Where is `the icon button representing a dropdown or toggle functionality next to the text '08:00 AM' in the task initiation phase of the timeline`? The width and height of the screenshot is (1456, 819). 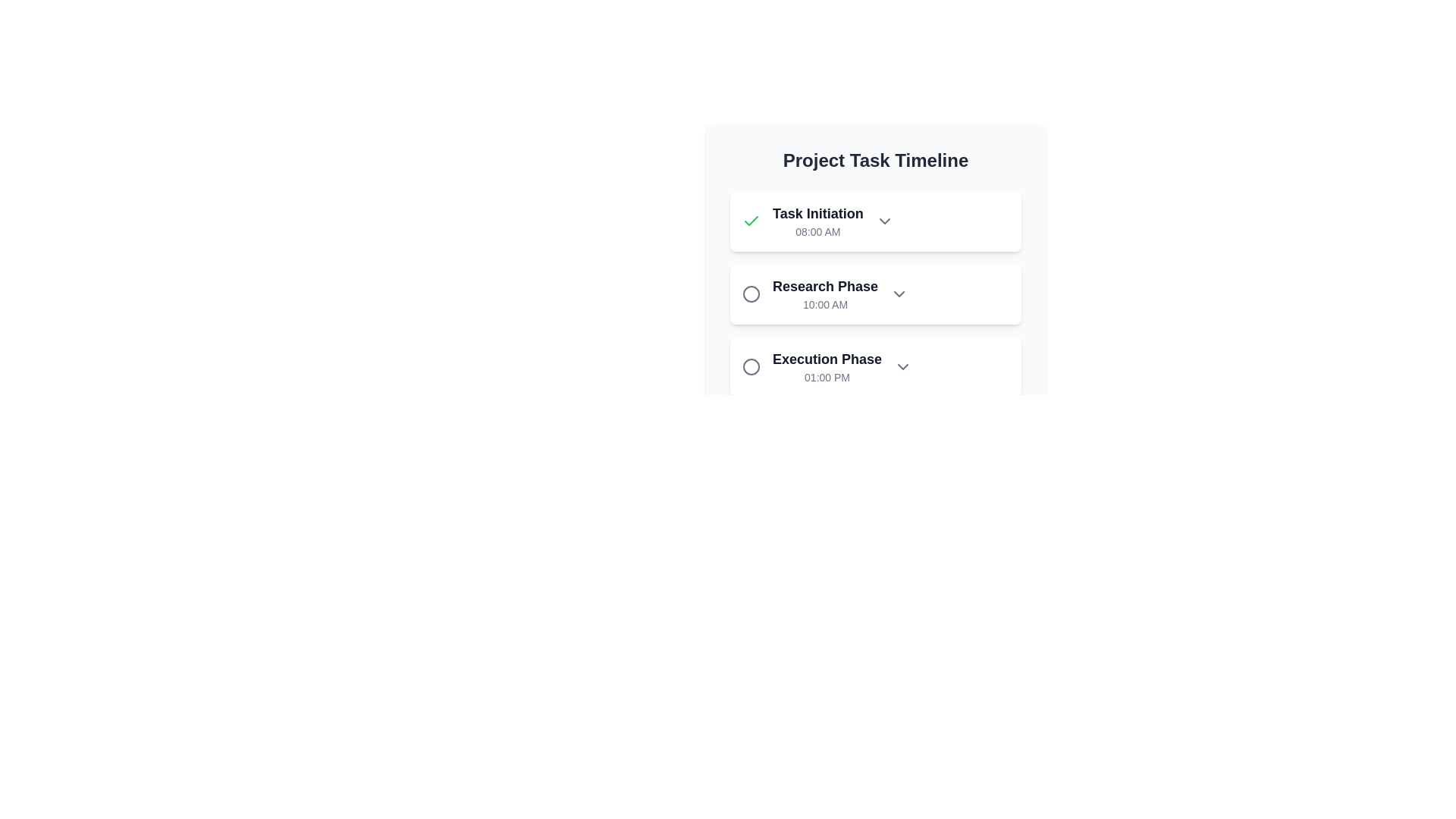 the icon button representing a dropdown or toggle functionality next to the text '08:00 AM' in the task initiation phase of the timeline is located at coordinates (884, 221).